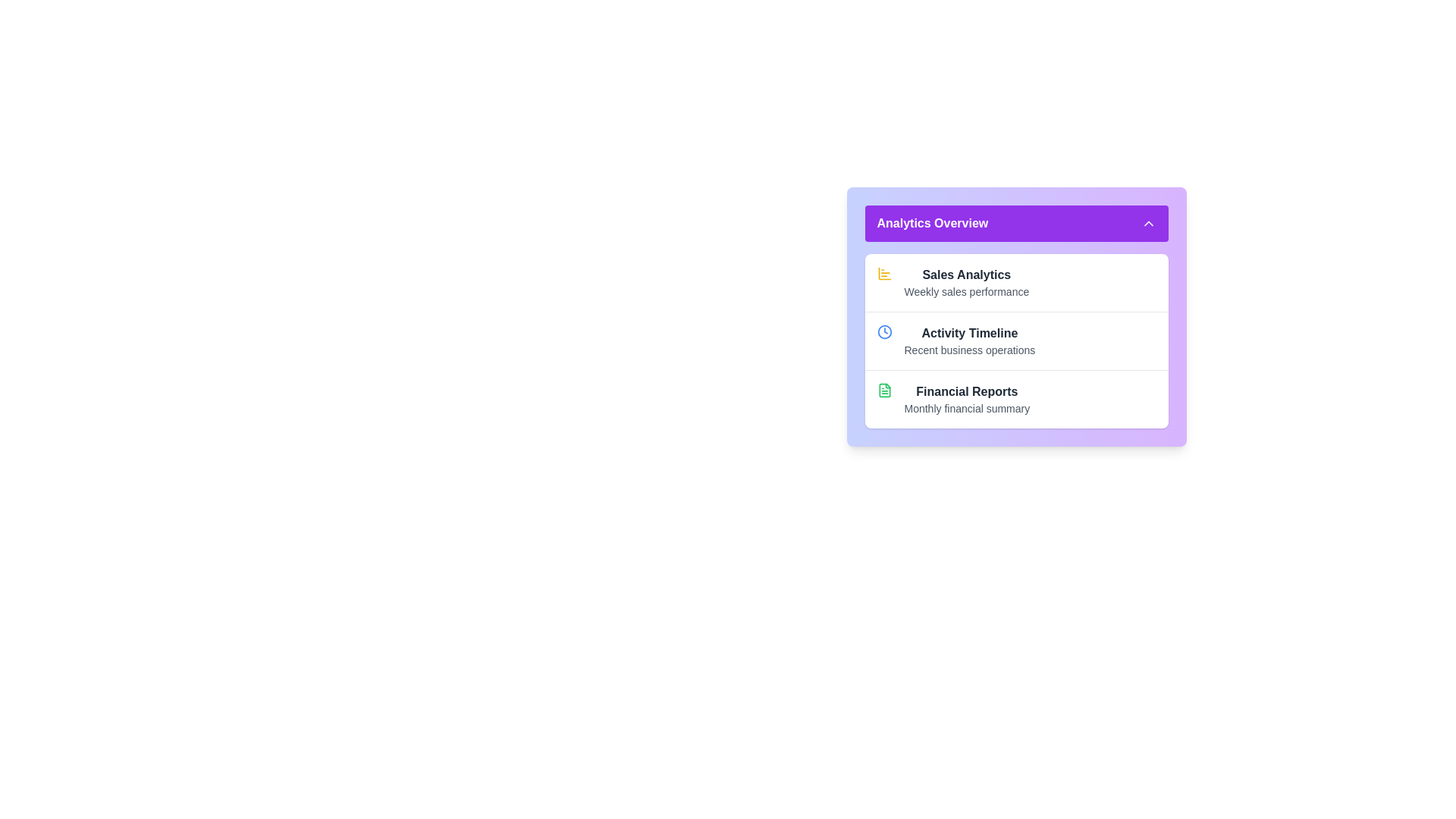 The height and width of the screenshot is (819, 1456). What do you see at coordinates (966, 391) in the screenshot?
I see `text label that serves as the title for the 'Financial Reports' section, positioned in the 'Analytics Overview' panel, specifically as the main title of the third list item` at bounding box center [966, 391].